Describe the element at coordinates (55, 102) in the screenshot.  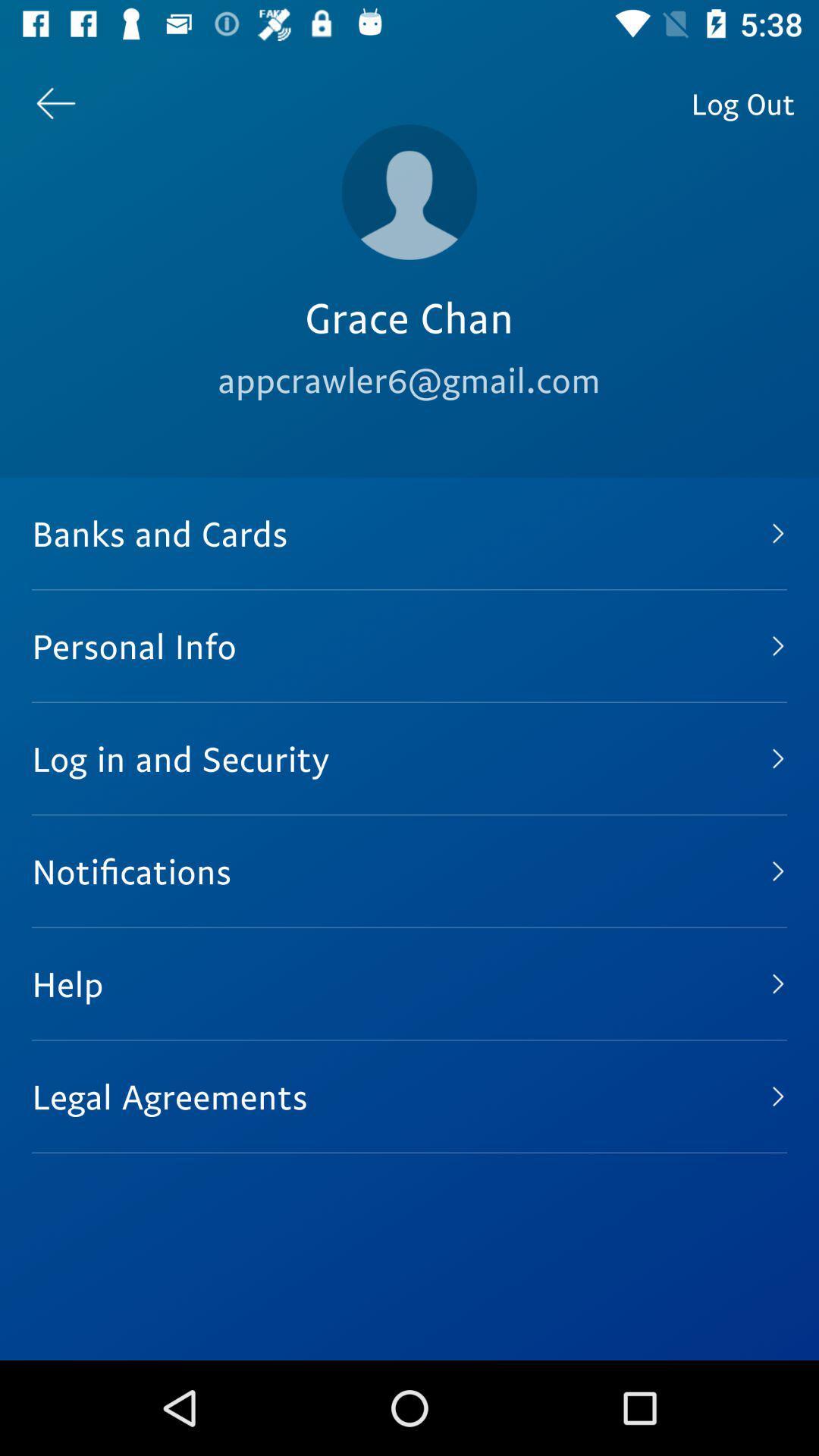
I see `the icon above the banks and cards icon` at that location.